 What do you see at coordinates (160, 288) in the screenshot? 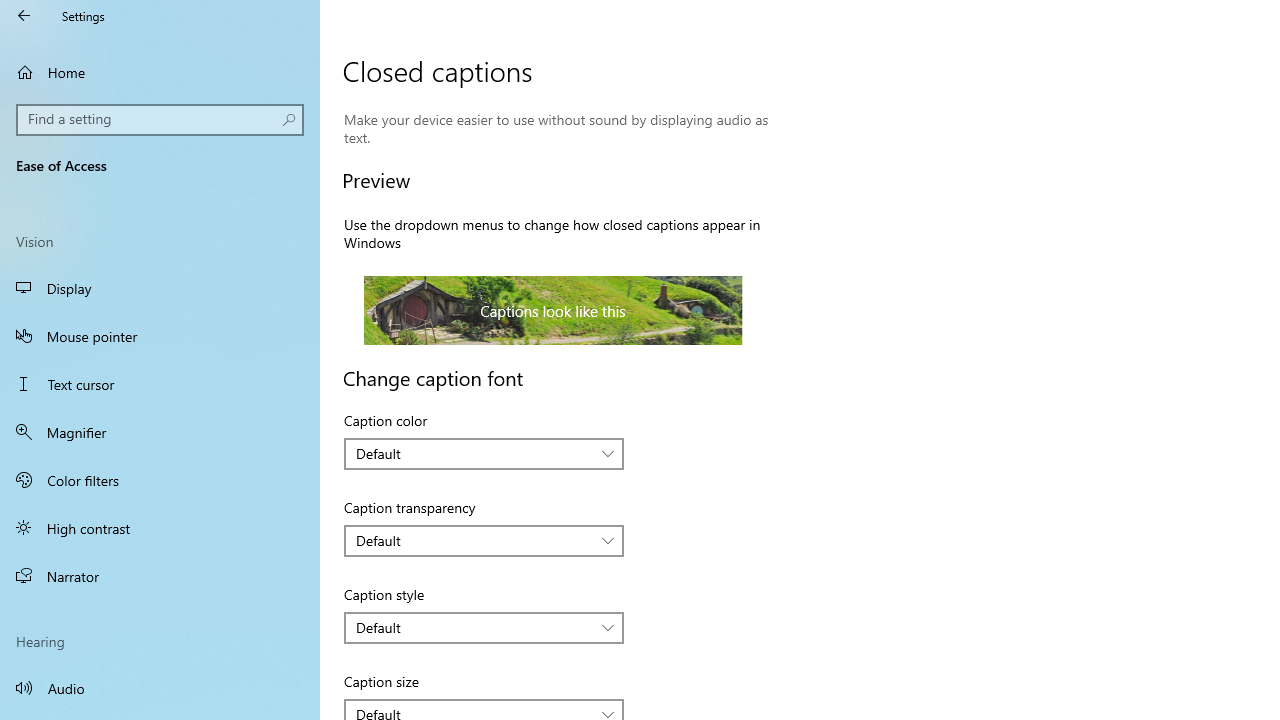
I see `'Display'` at bounding box center [160, 288].